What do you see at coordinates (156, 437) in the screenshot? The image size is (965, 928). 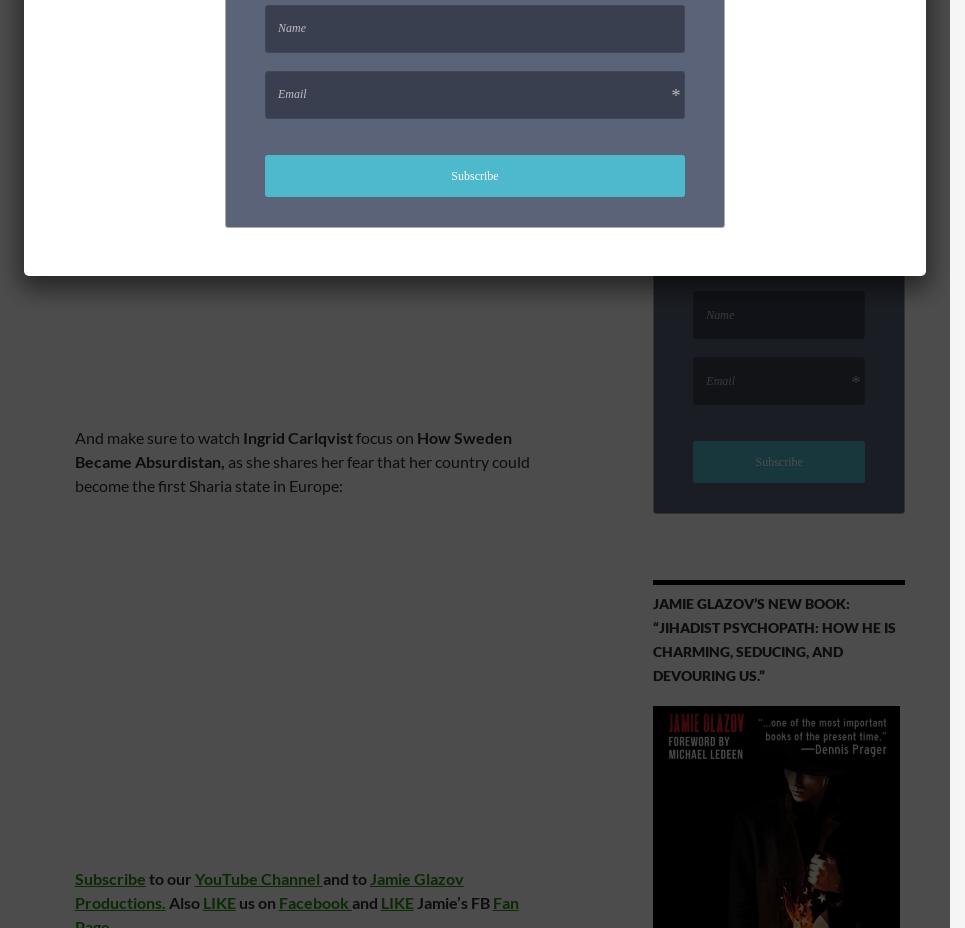 I see `'And make sure to watch'` at bounding box center [156, 437].